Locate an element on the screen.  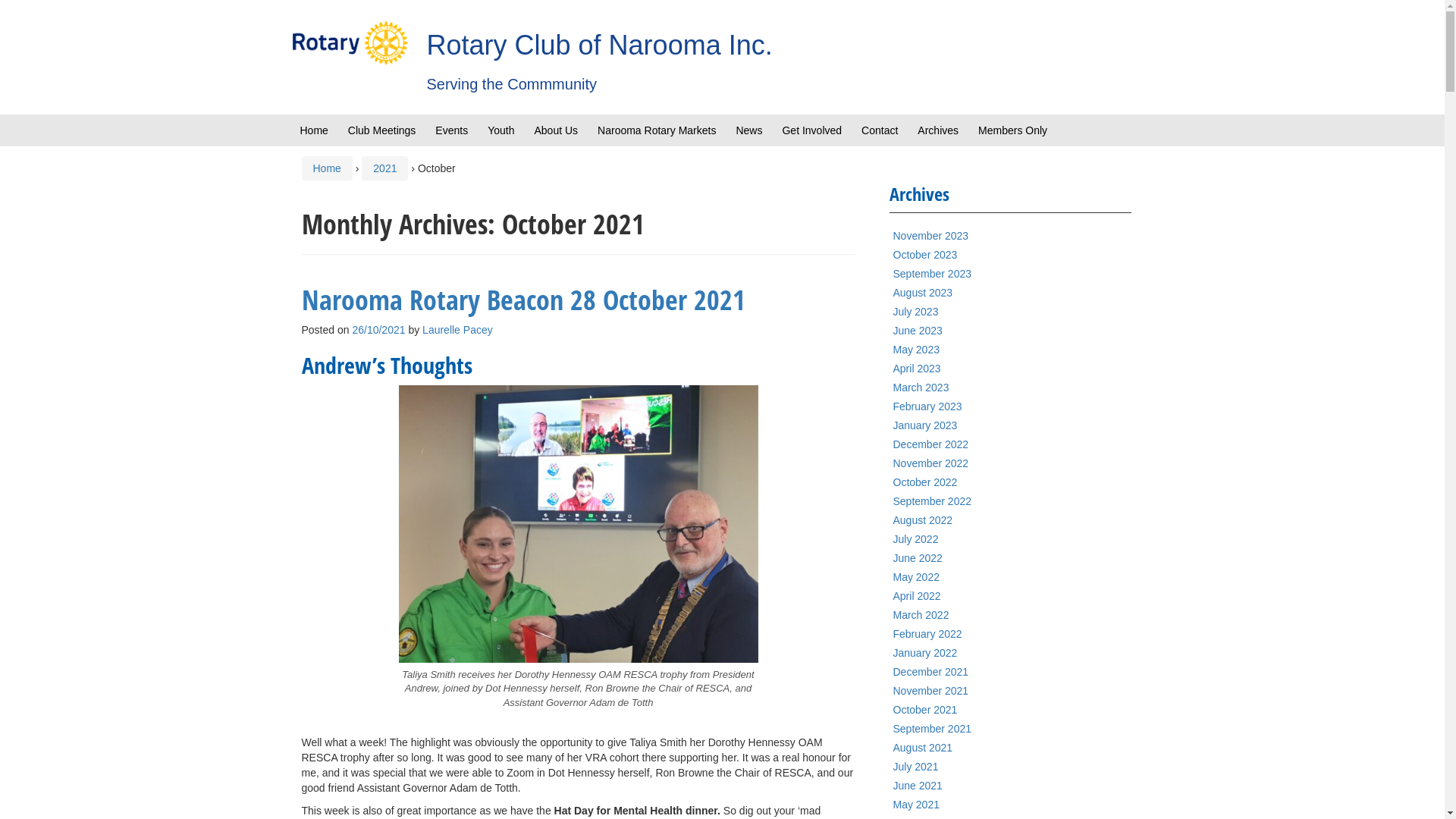
'May 2021' is located at coordinates (915, 803).